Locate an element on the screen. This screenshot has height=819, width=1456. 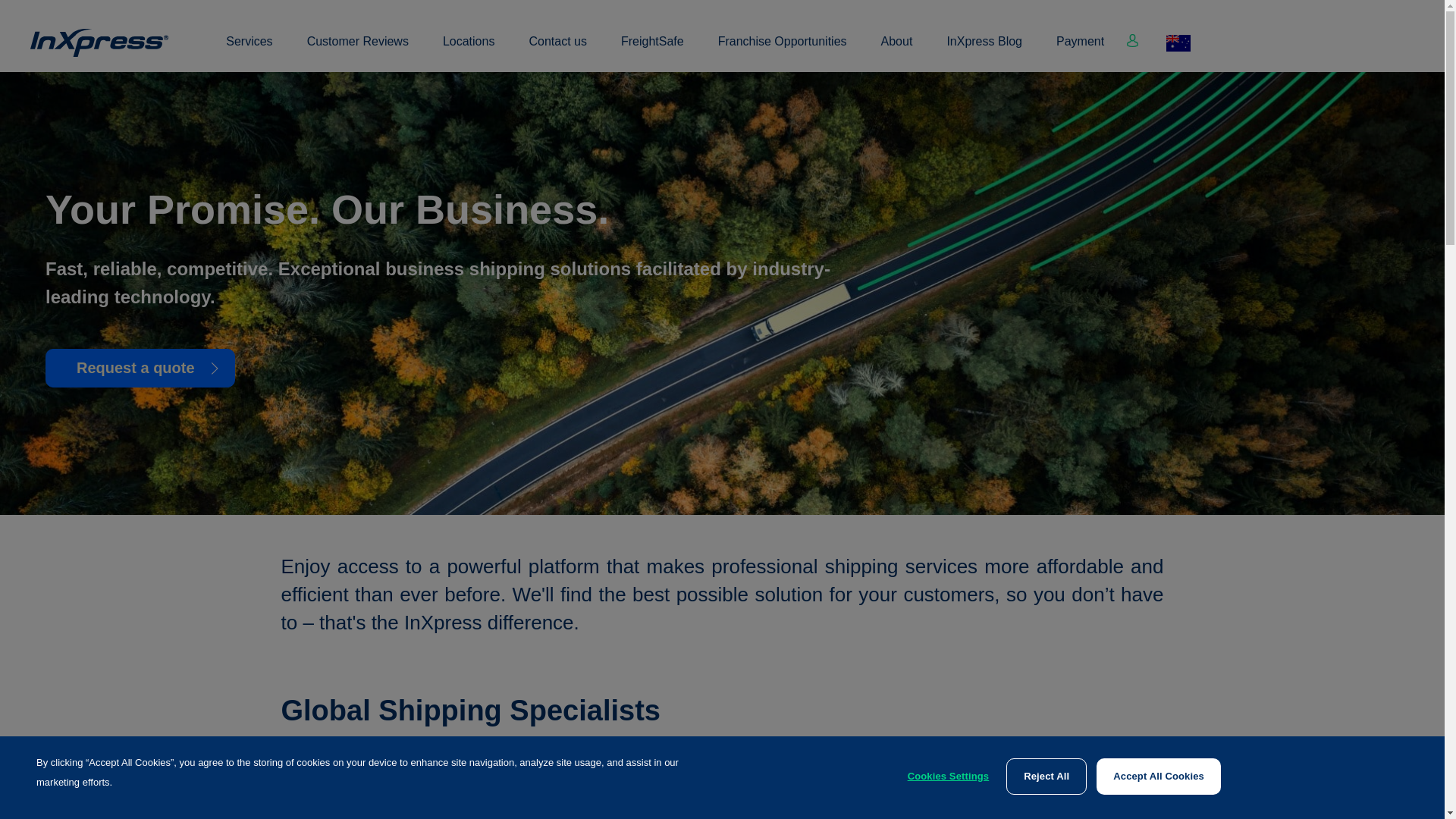
'Franchise Opportunities' is located at coordinates (717, 49).